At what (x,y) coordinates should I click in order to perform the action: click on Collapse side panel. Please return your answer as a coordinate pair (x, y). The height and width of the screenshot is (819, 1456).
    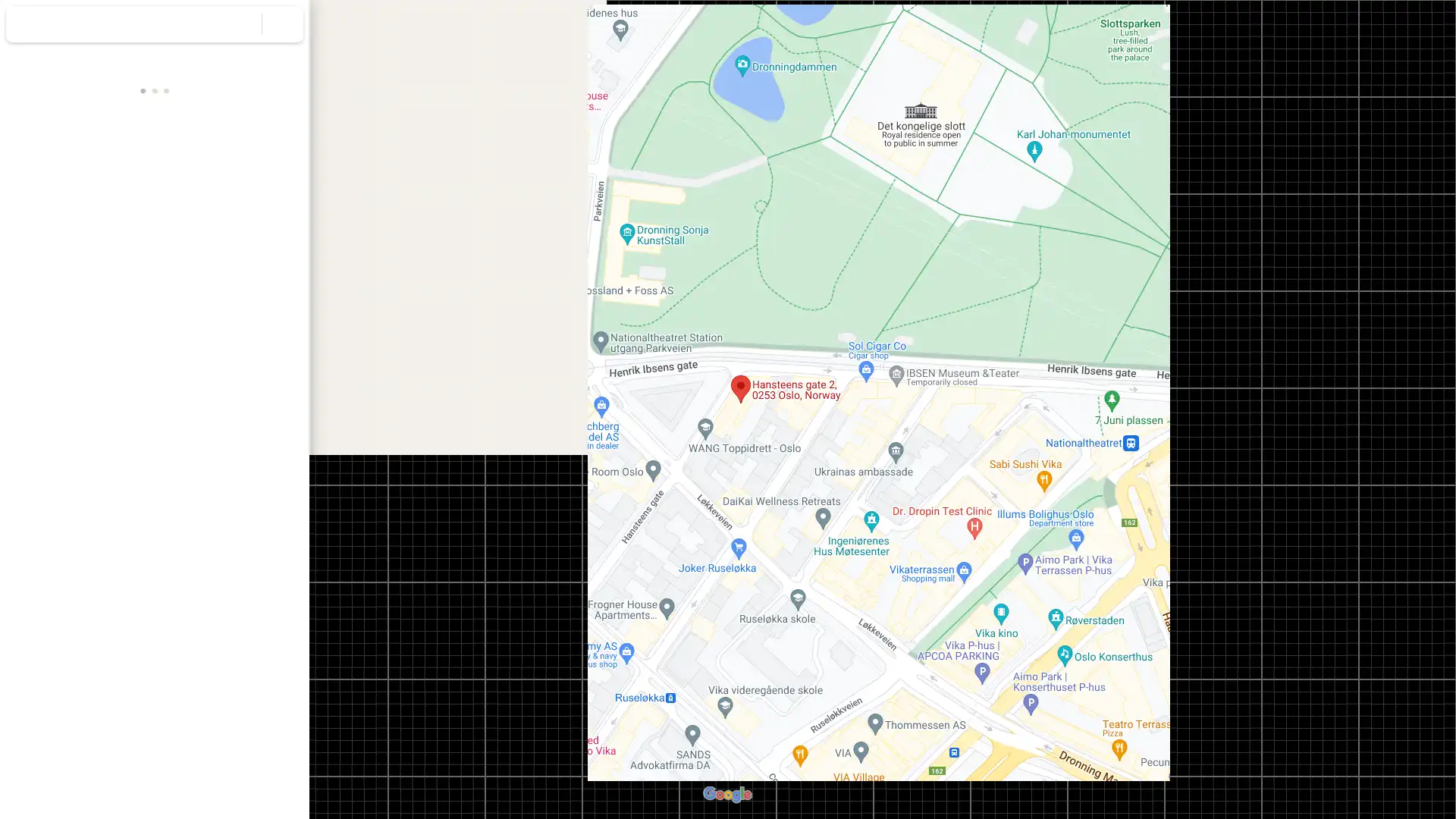
    Looking at the image, I should click on (251, 409).